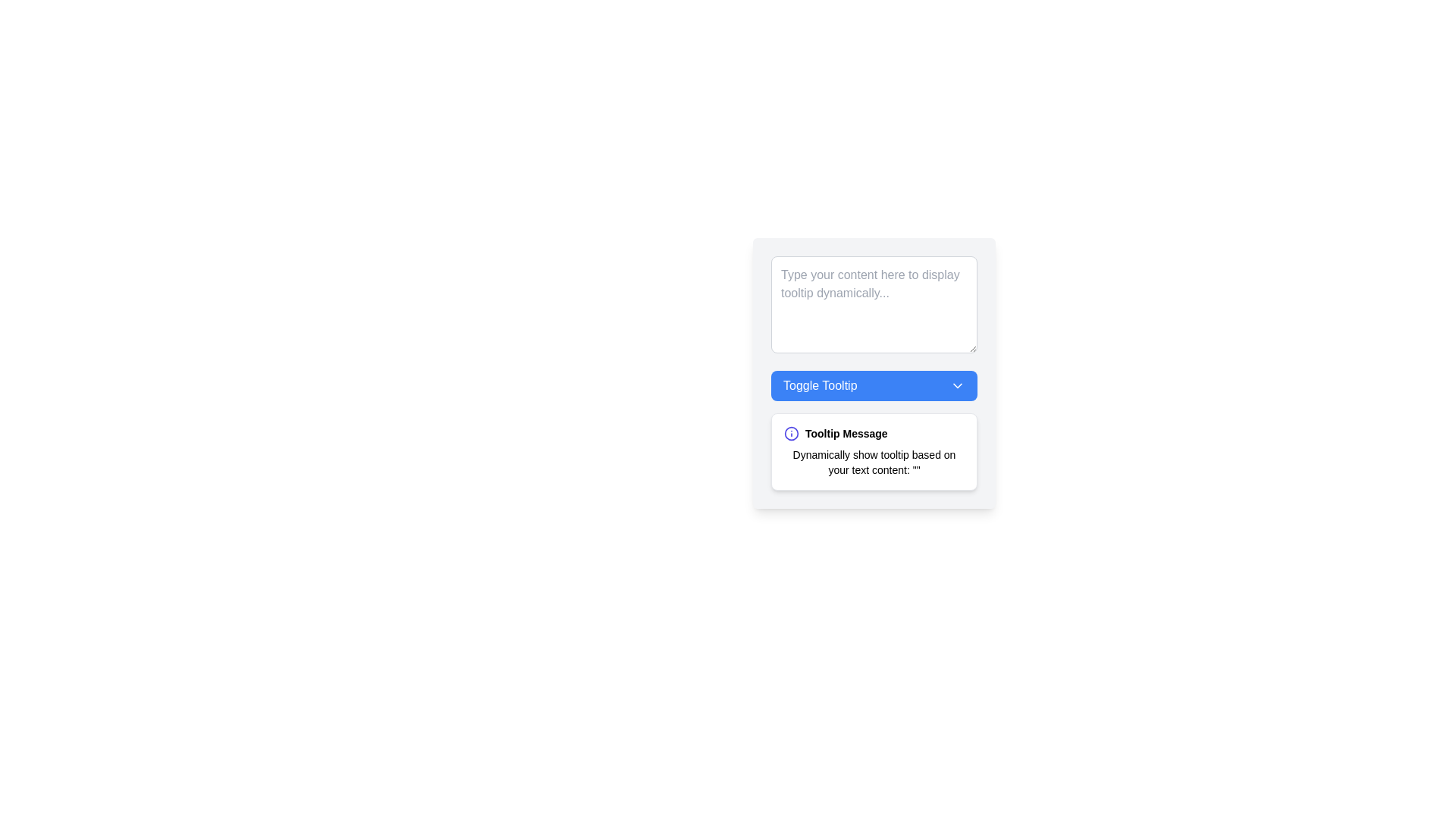 The width and height of the screenshot is (1456, 819). Describe the element at coordinates (790, 433) in the screenshot. I see `the small circular icon with a white background and purple outline containing an 'i' symbol, which is located to the left of the text 'Tooltip Message'` at that location.